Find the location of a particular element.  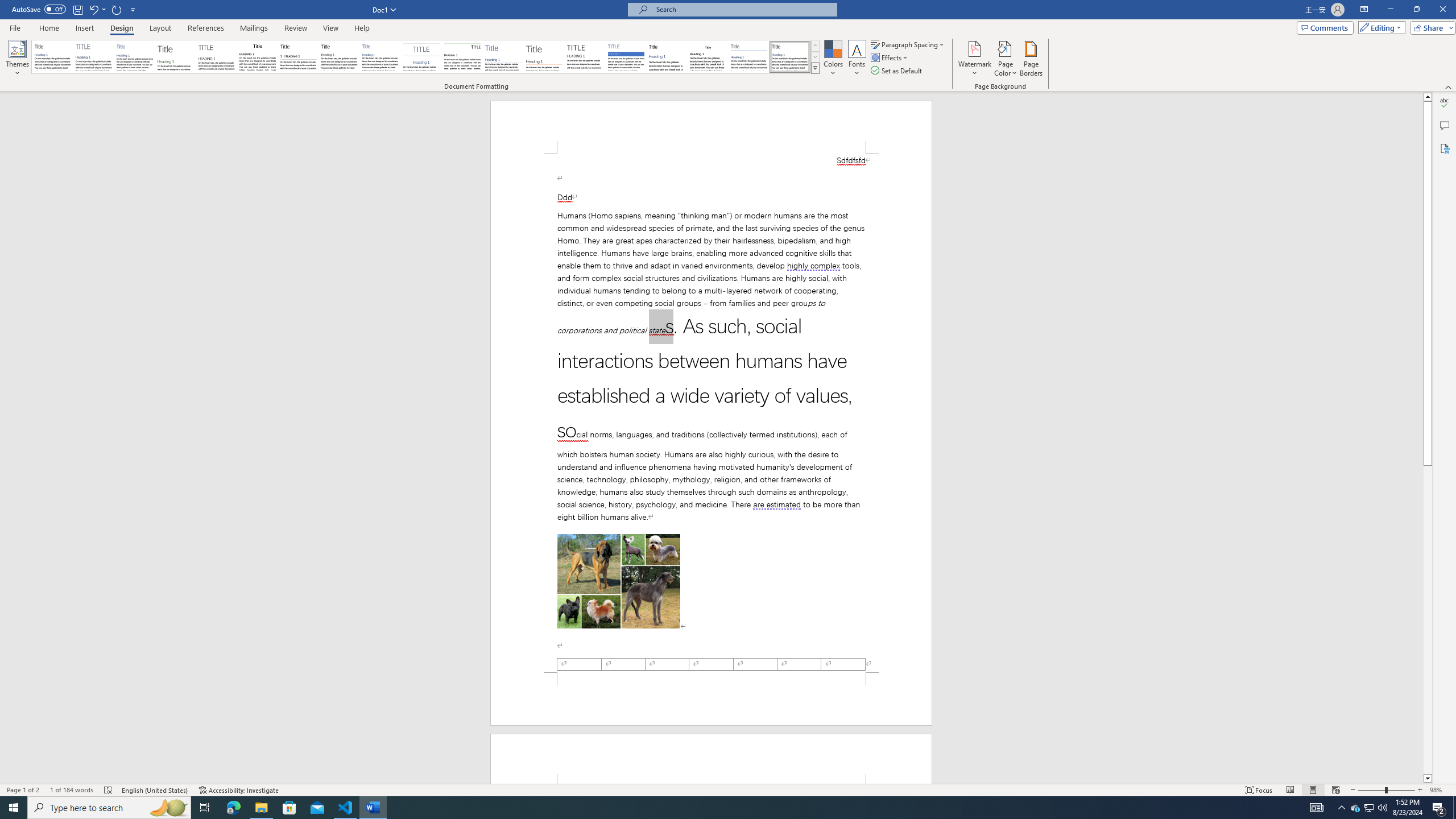

'Editing' is located at coordinates (1379, 27).